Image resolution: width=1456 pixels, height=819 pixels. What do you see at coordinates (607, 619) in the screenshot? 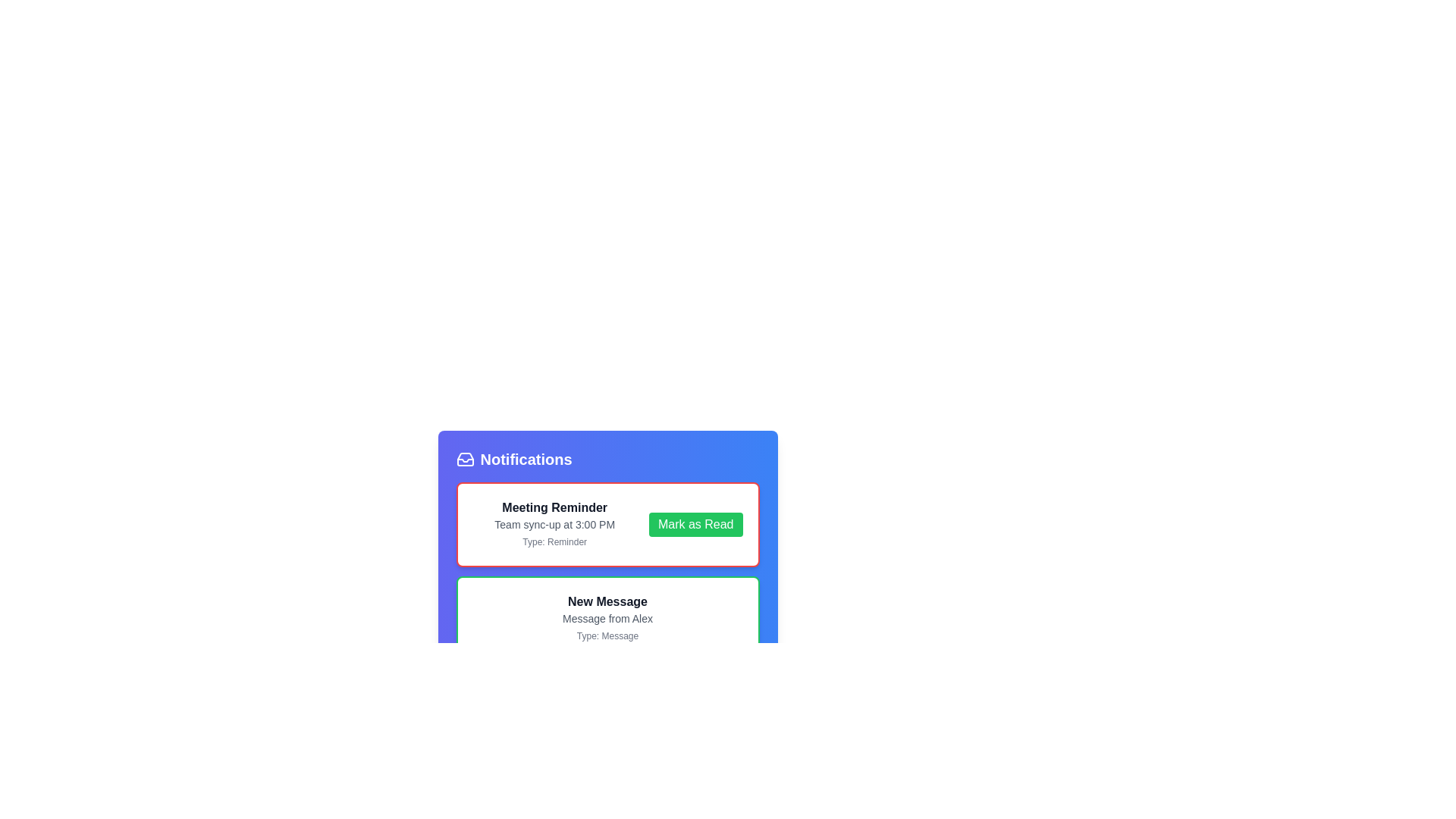
I see `the text label that identifies the sender of the message within the 'New Message' notification card` at bounding box center [607, 619].